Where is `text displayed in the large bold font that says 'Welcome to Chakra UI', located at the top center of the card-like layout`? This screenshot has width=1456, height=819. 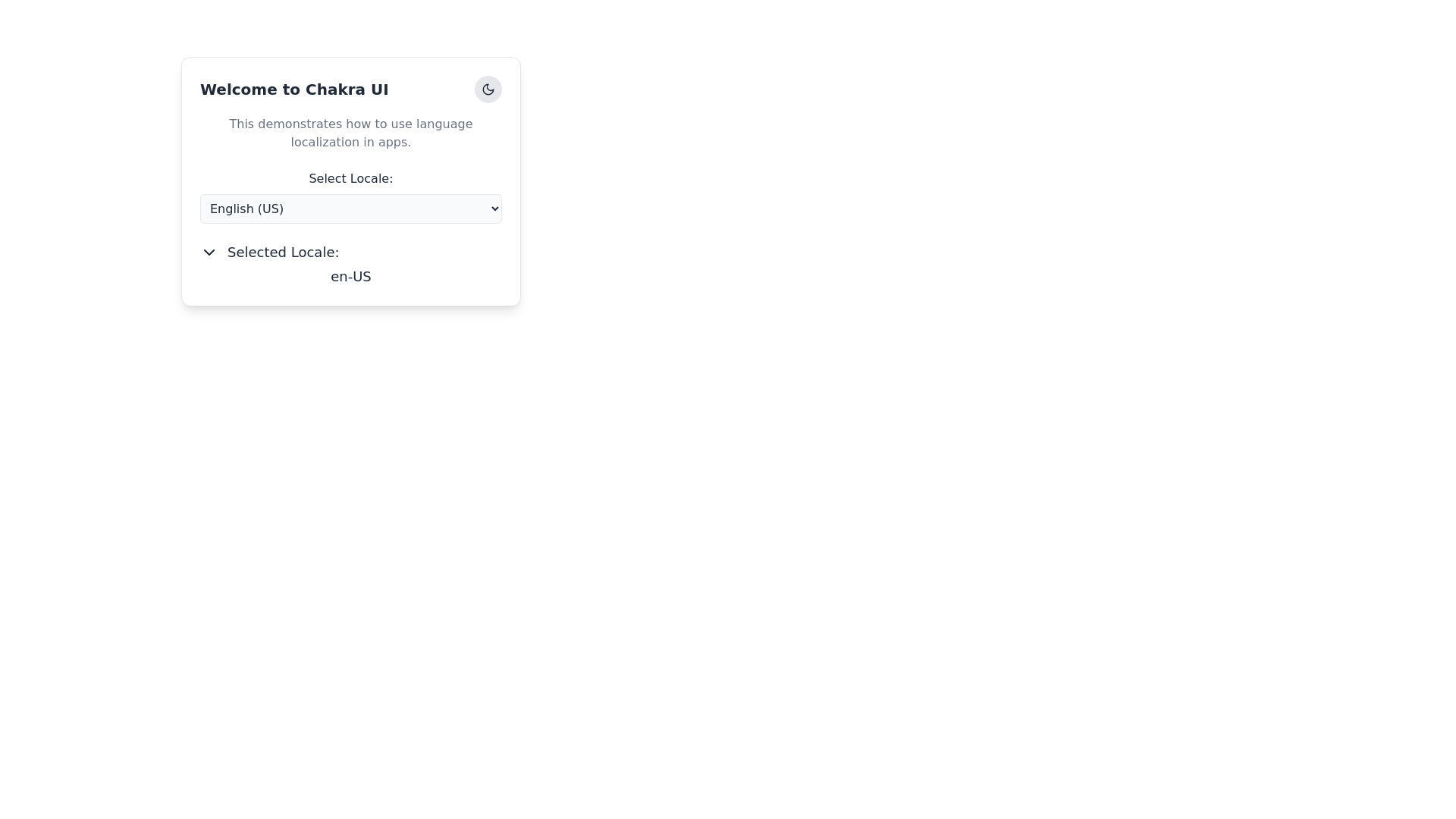 text displayed in the large bold font that says 'Welcome to Chakra UI', located at the top center of the card-like layout is located at coordinates (350, 89).